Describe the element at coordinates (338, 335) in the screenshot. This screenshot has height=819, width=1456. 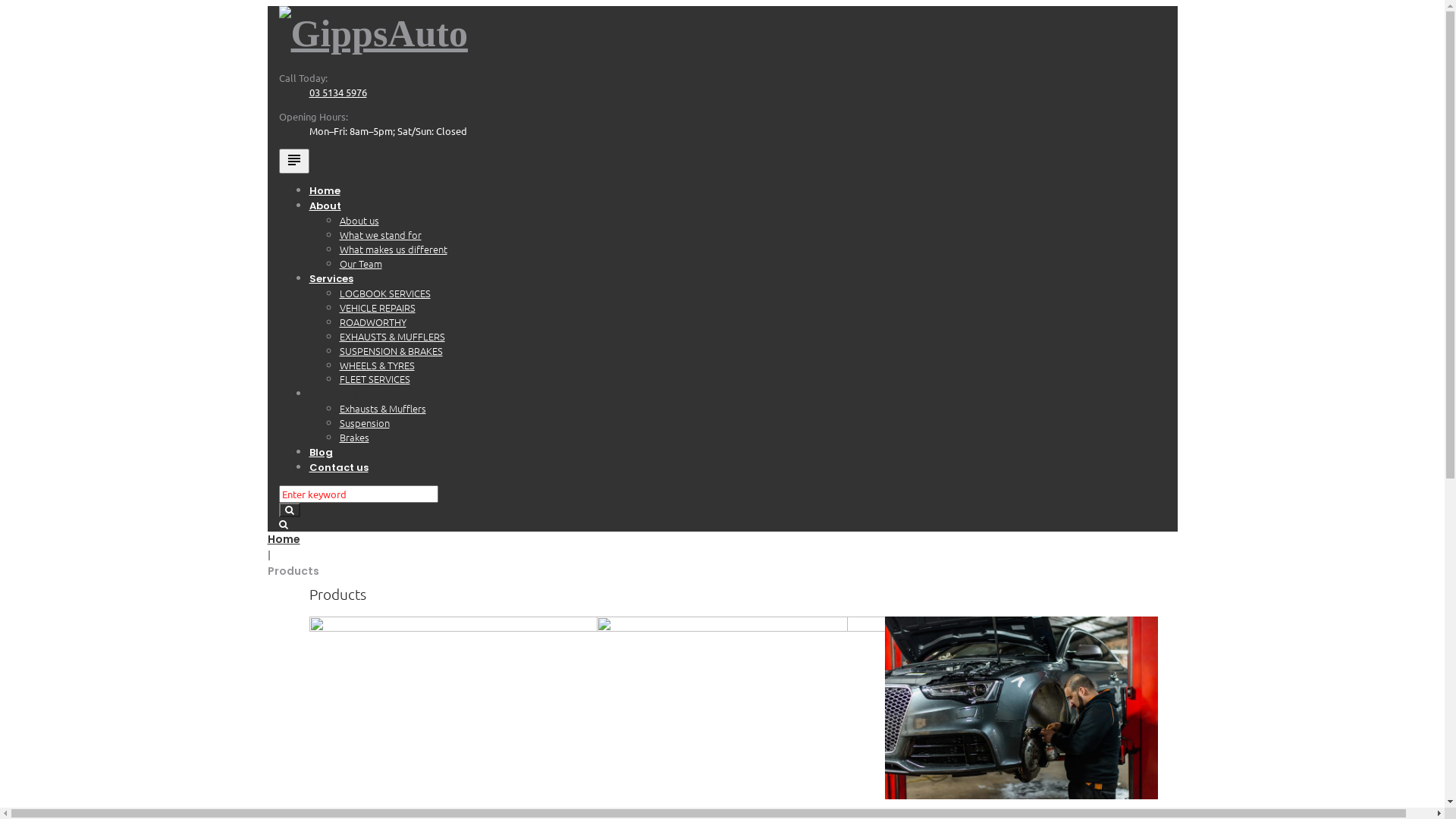
I see `'EXHAUSTS & MUFFLERS'` at that location.